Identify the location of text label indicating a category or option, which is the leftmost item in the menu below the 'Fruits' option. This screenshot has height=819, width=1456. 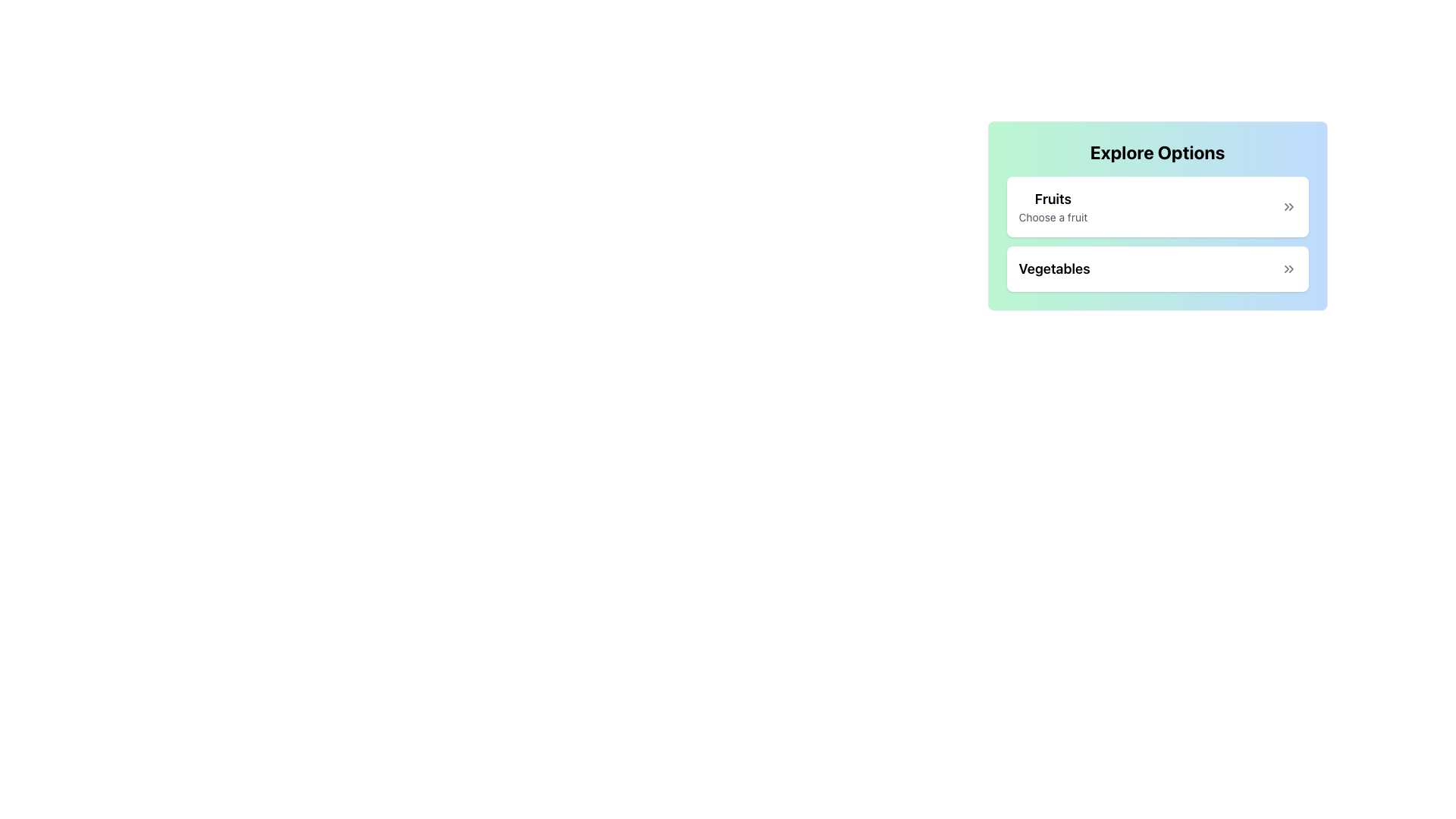
(1053, 268).